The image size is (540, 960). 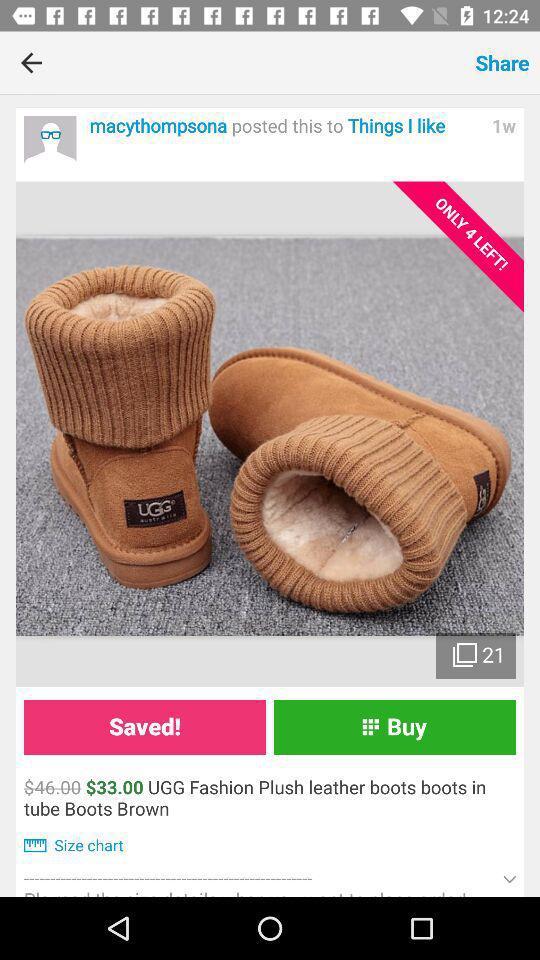 What do you see at coordinates (270, 434) in the screenshot?
I see `item above saved! icon` at bounding box center [270, 434].